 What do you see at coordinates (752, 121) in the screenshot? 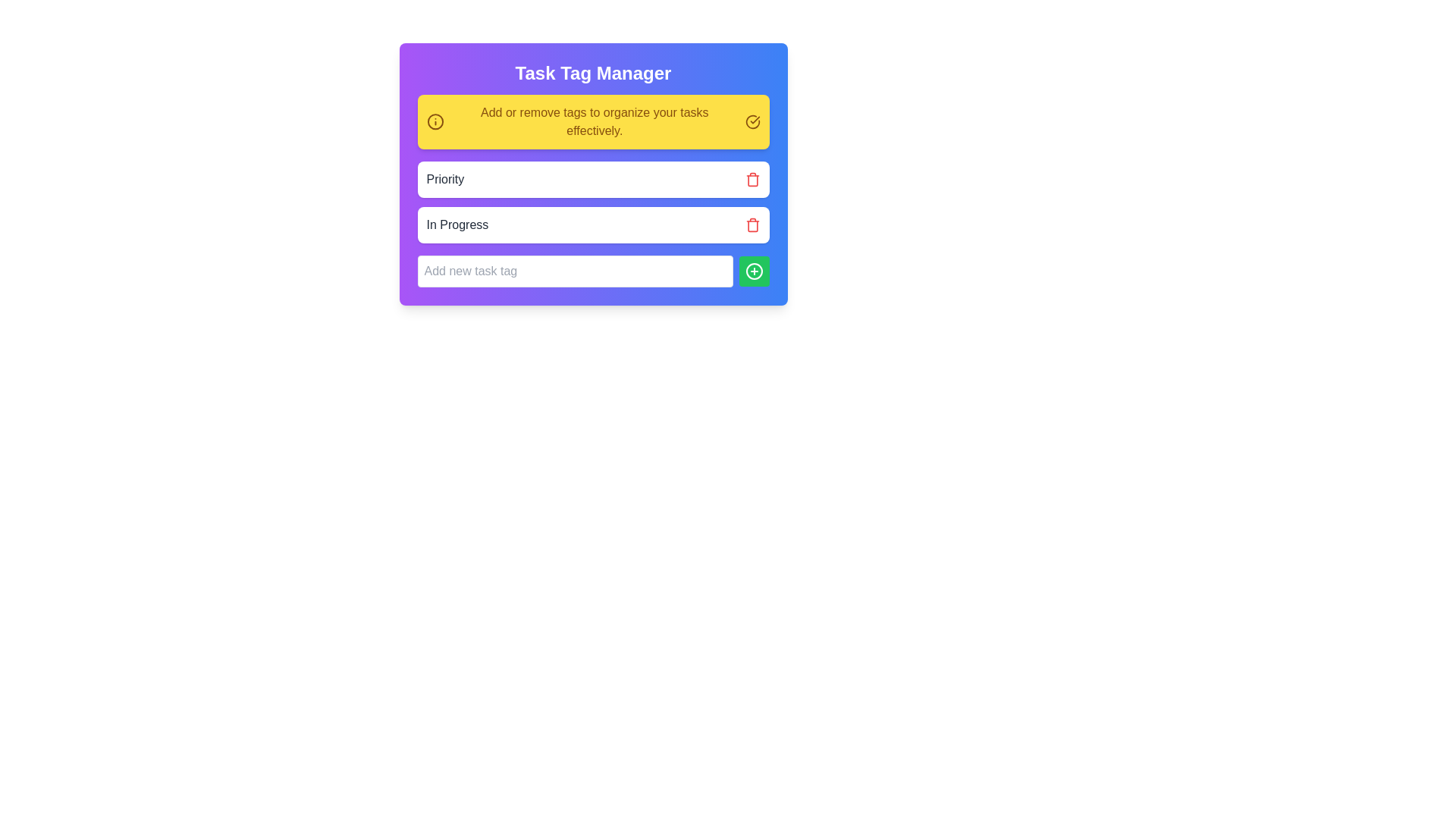
I see `the circular icon located in the yellow header section of the 'Task Tag Manager' card, positioned to the far right` at bounding box center [752, 121].